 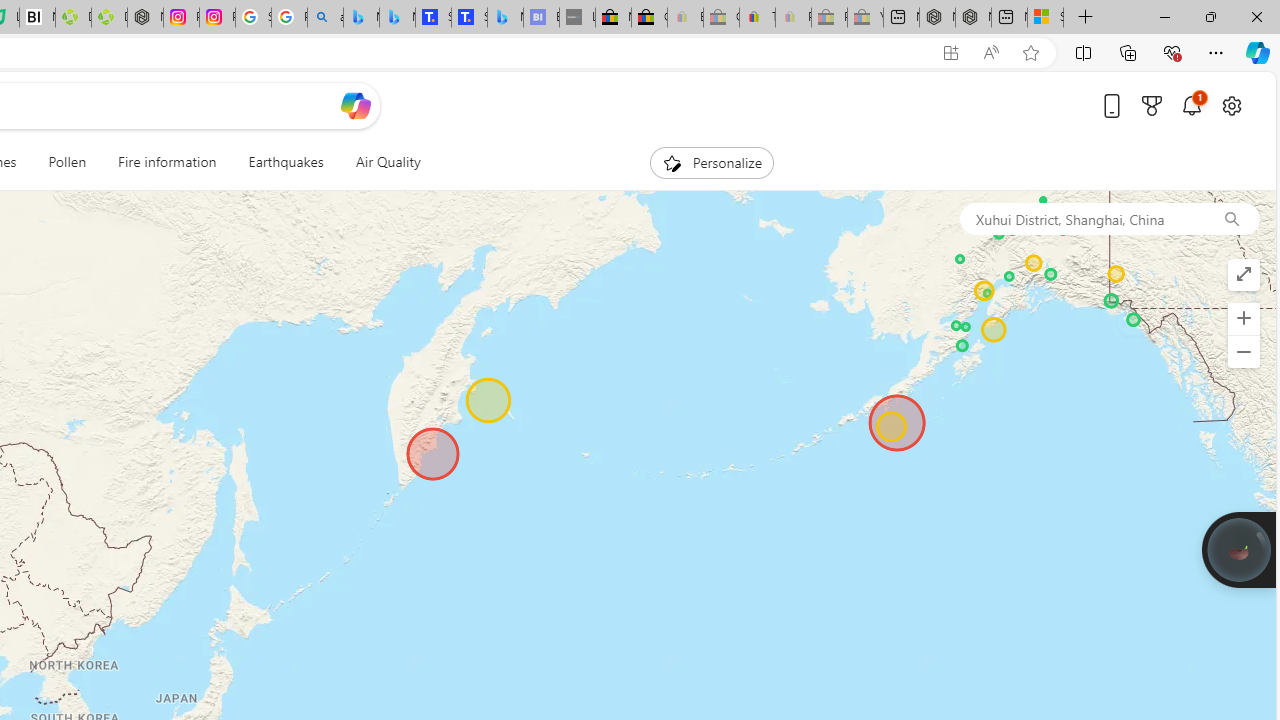 What do you see at coordinates (167, 162) in the screenshot?
I see `'Fire information'` at bounding box center [167, 162].